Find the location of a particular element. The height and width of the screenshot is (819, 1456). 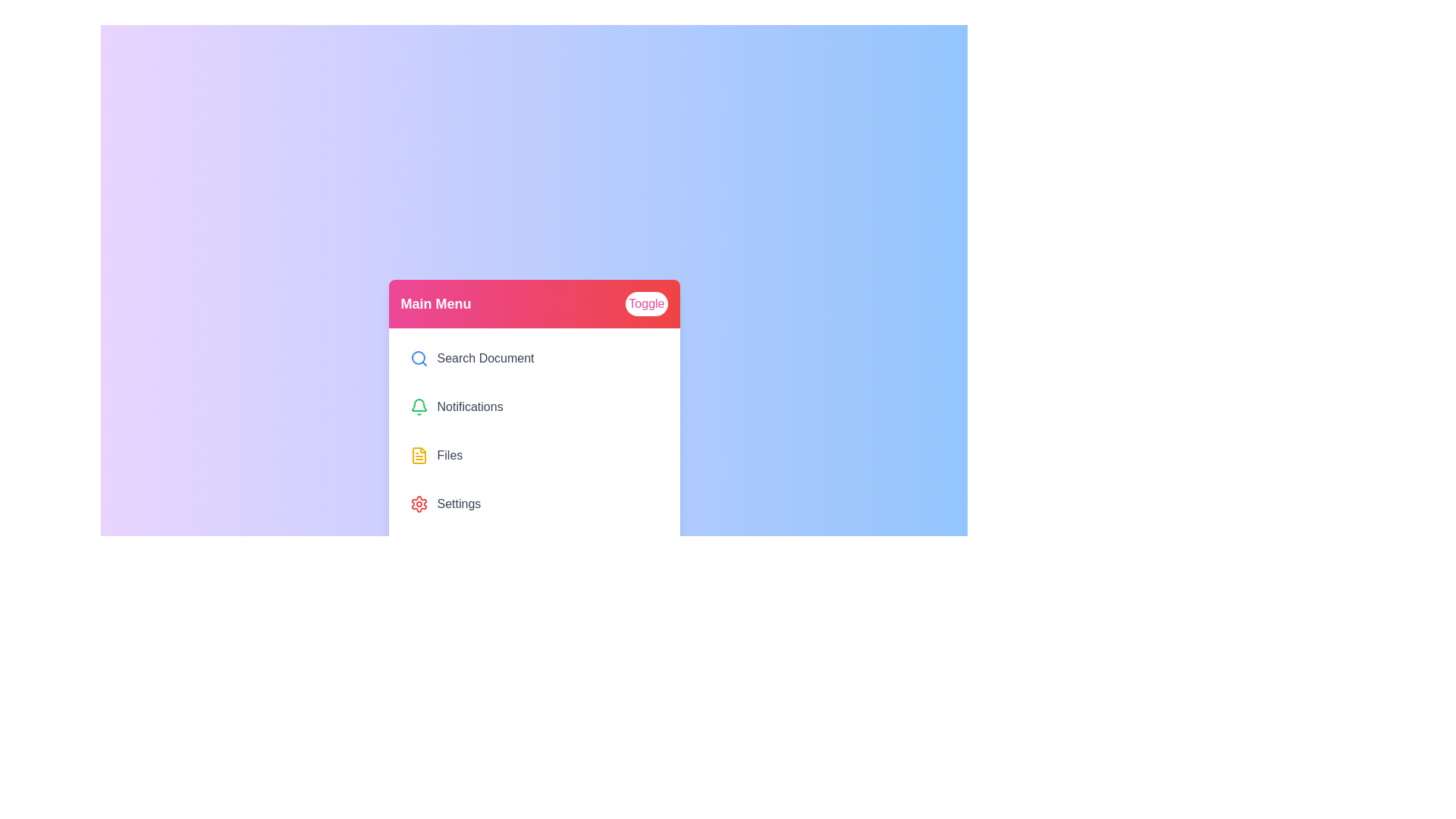

the menu item labeled Settings is located at coordinates (534, 504).